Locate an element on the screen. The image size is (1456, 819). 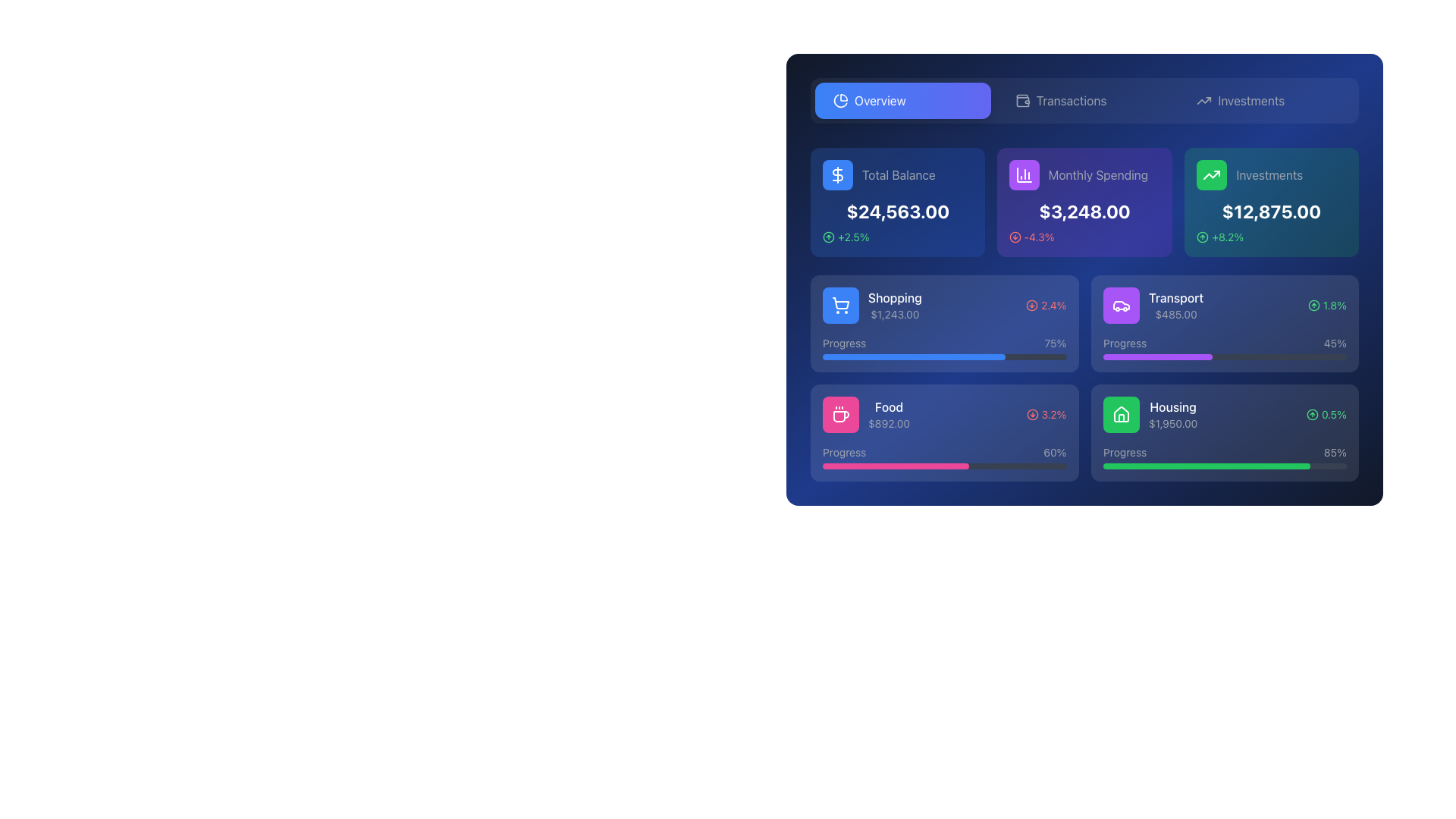
the text label displaying the word 'Food' in white font on a pink background is located at coordinates (889, 406).